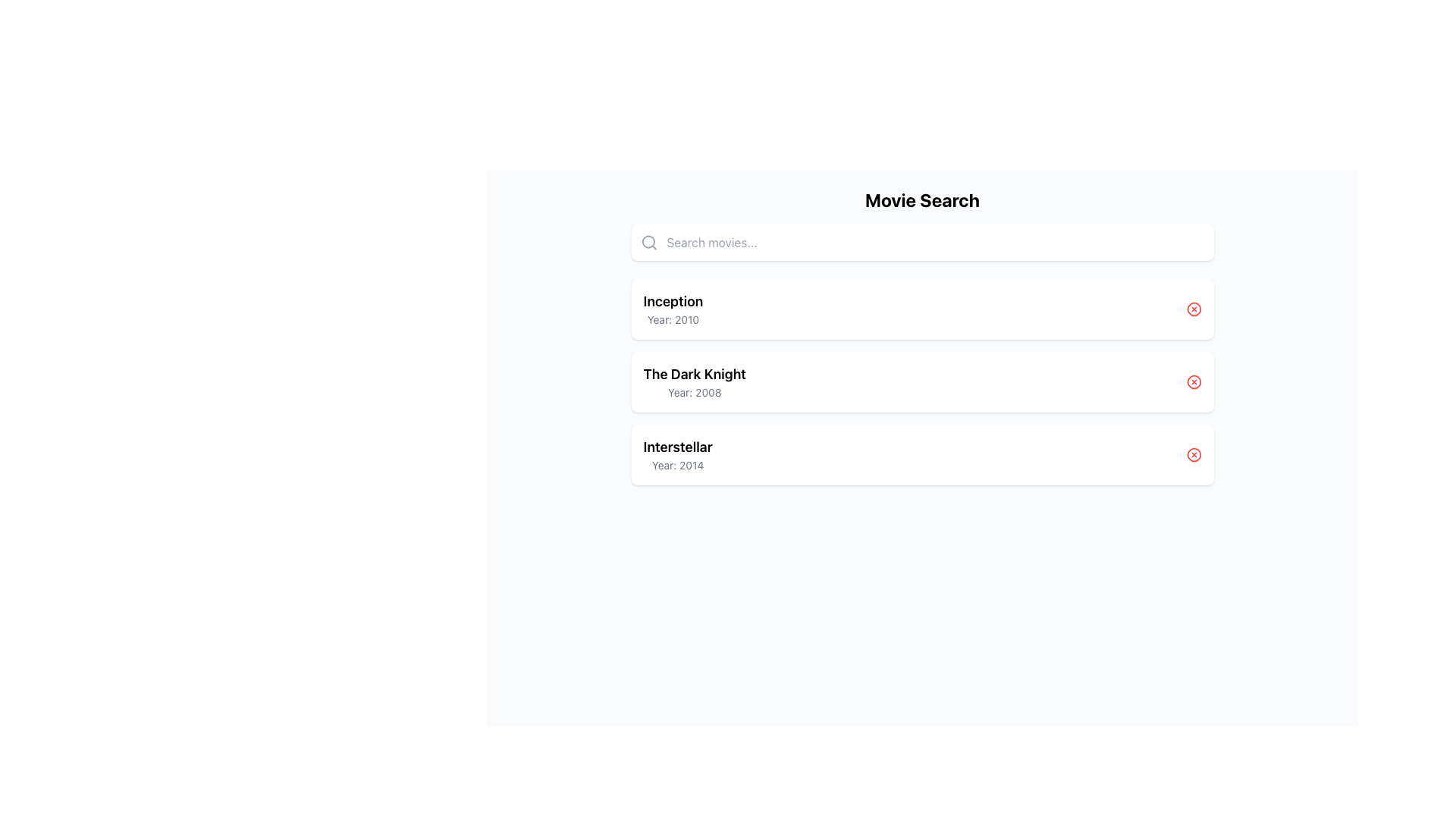 This screenshot has width=1456, height=819. What do you see at coordinates (672, 309) in the screenshot?
I see `the Information Display that shows the movie title and release year, which is the first item in a vertical list of movie entries` at bounding box center [672, 309].